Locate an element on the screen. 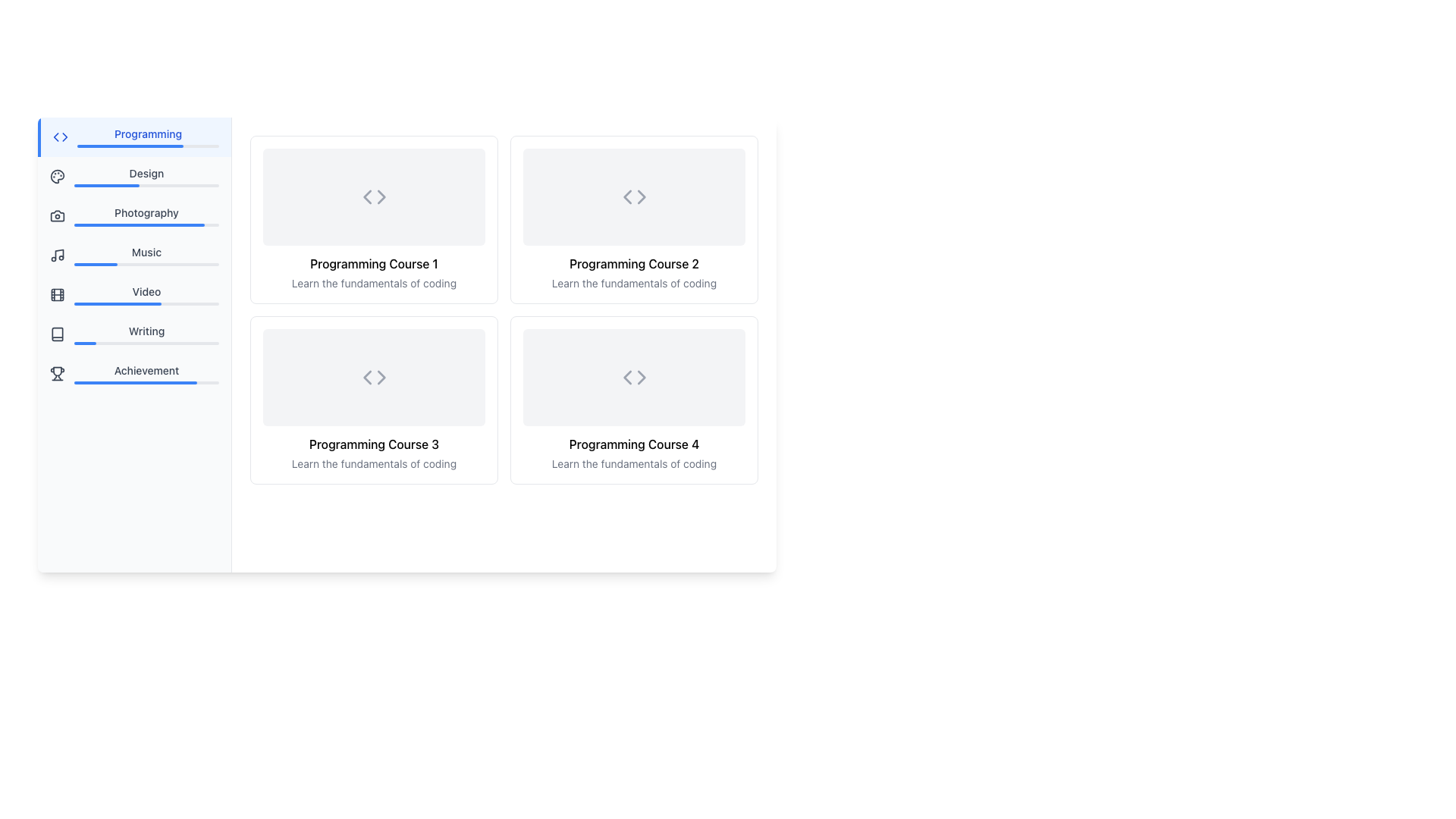 This screenshot has height=819, width=1456. the film reel icon located on the left-hand sidebar within the 'Video' section is located at coordinates (58, 295).